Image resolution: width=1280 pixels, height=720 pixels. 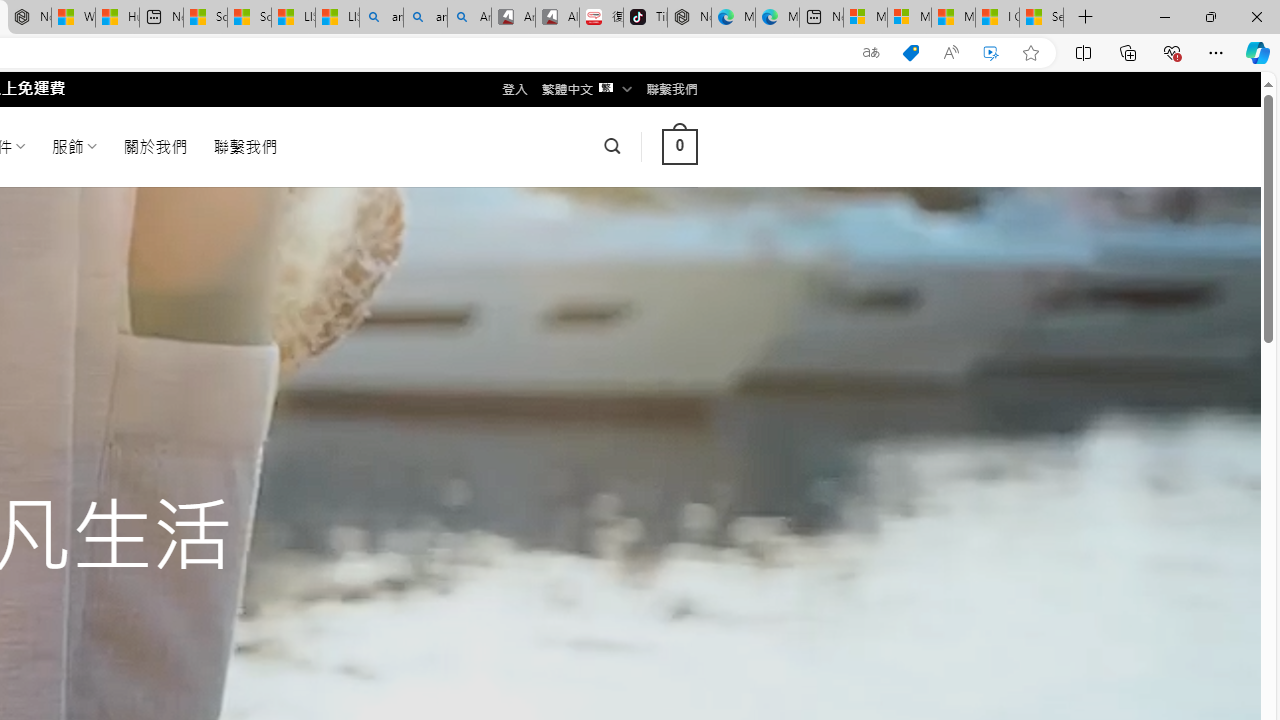 What do you see at coordinates (908, 17) in the screenshot?
I see `'Microsoft account | Privacy'` at bounding box center [908, 17].